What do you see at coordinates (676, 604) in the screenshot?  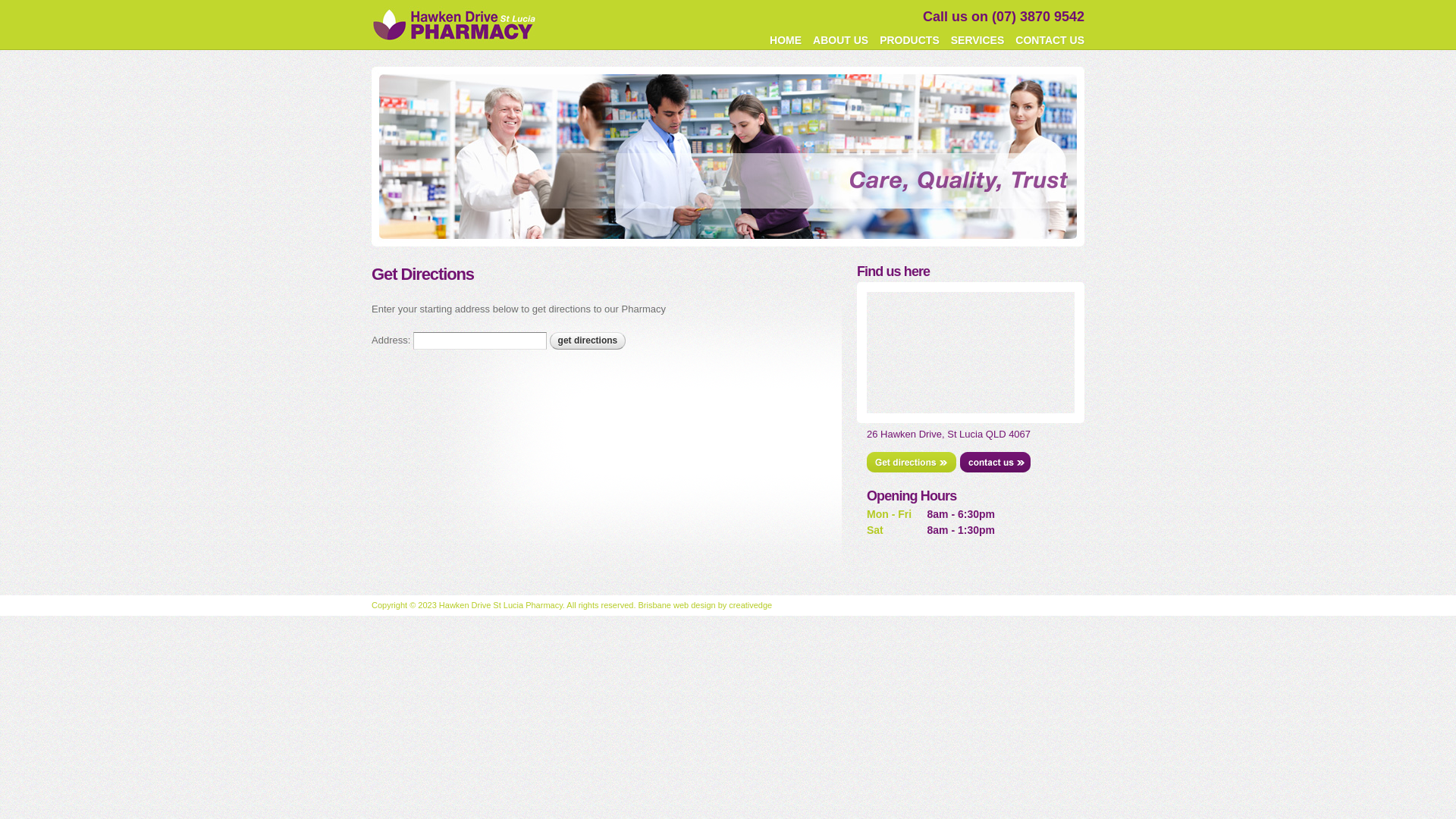 I see `'Brisbane web design'` at bounding box center [676, 604].